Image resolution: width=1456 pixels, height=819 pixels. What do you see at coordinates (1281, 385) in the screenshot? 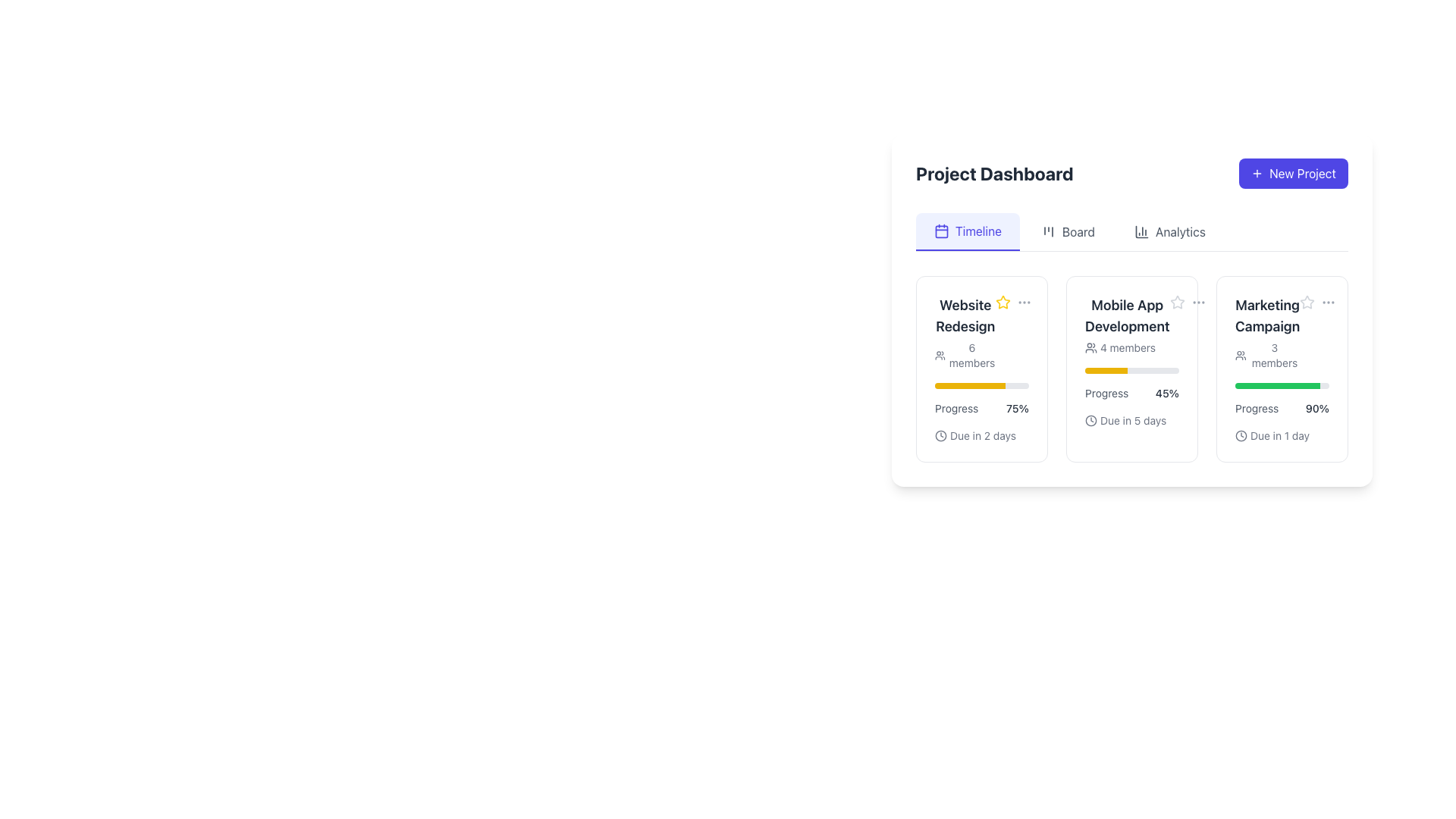
I see `the progress bar representing the completion status of the 'Marketing Campaign' project, which shows 90% completion and is located in the bottom section of the 'Marketing Campaign' panel` at bounding box center [1281, 385].